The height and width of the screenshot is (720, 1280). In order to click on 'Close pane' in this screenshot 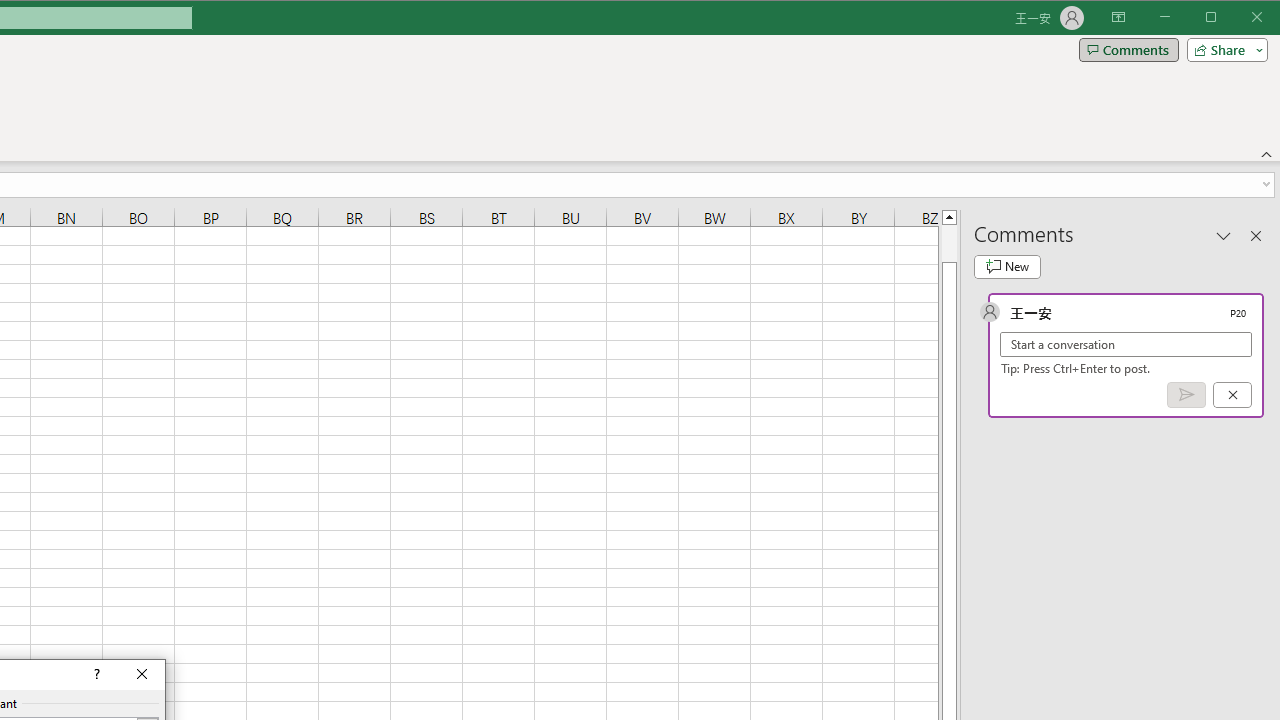, I will do `click(1255, 234)`.